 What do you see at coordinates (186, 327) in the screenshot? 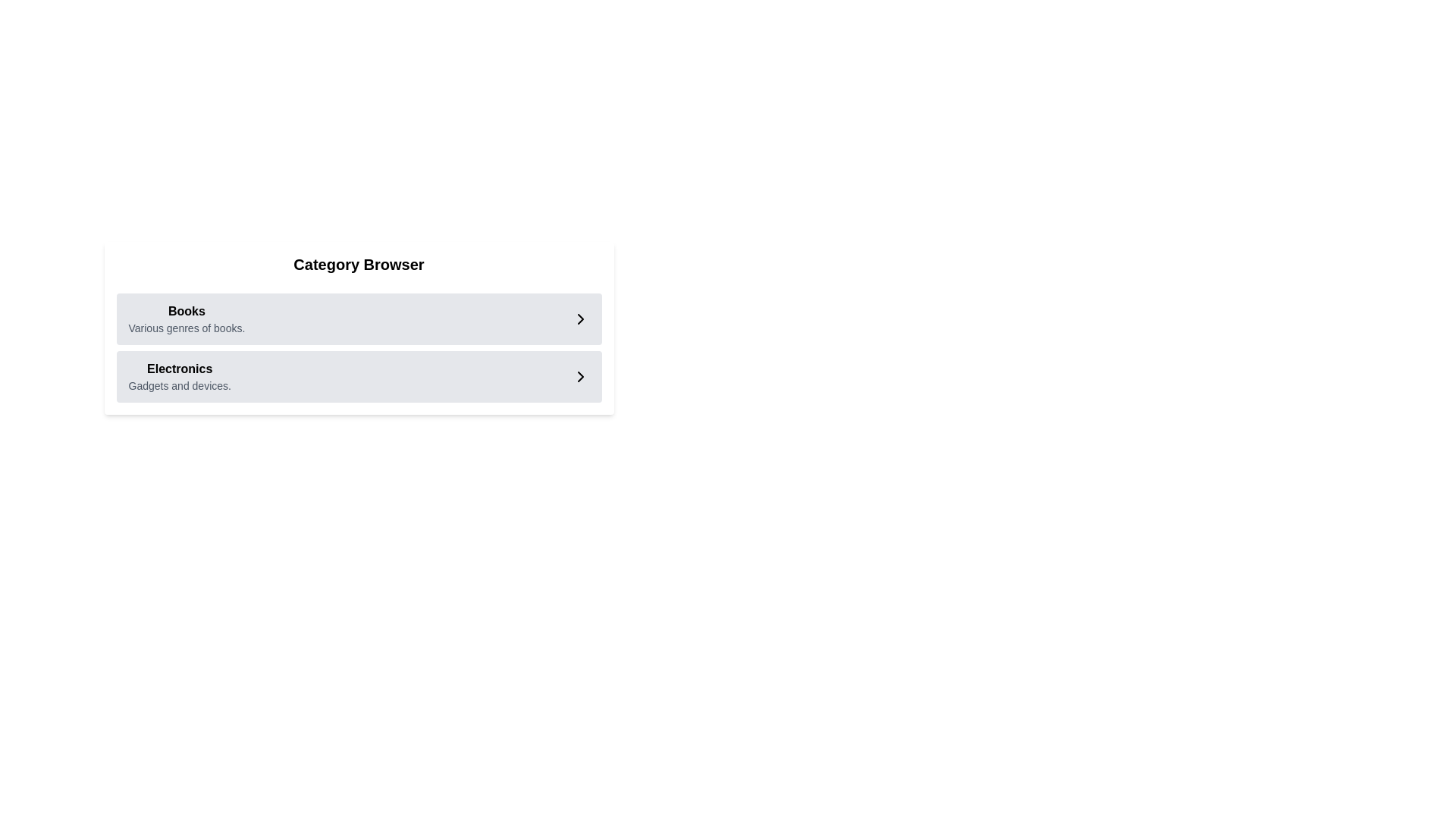
I see `the text label that says 'Various genres of books.', which is styled in light gray and positioned below the 'Books' text` at bounding box center [186, 327].